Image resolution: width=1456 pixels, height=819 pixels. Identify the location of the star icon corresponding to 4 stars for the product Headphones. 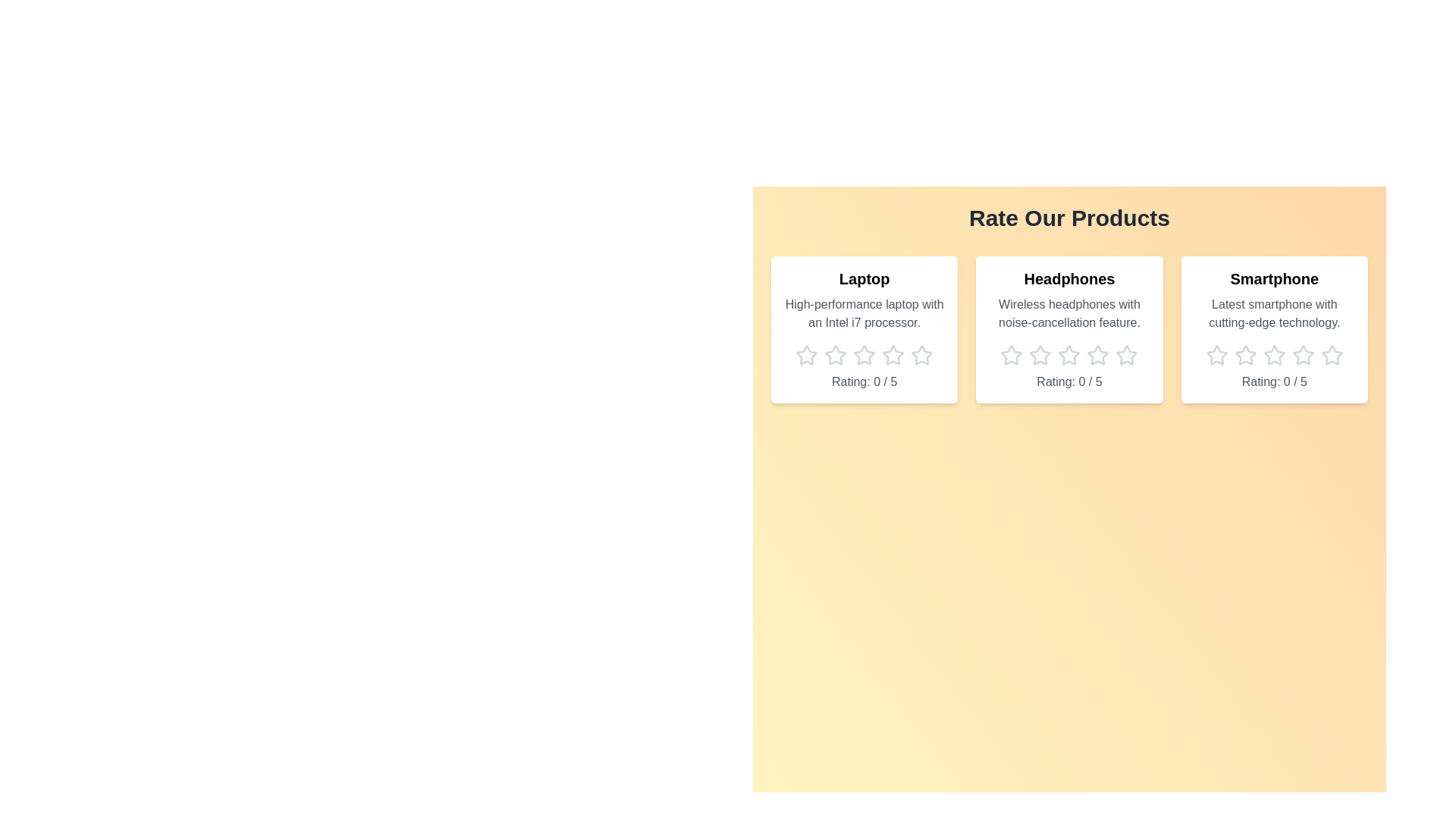
(1098, 356).